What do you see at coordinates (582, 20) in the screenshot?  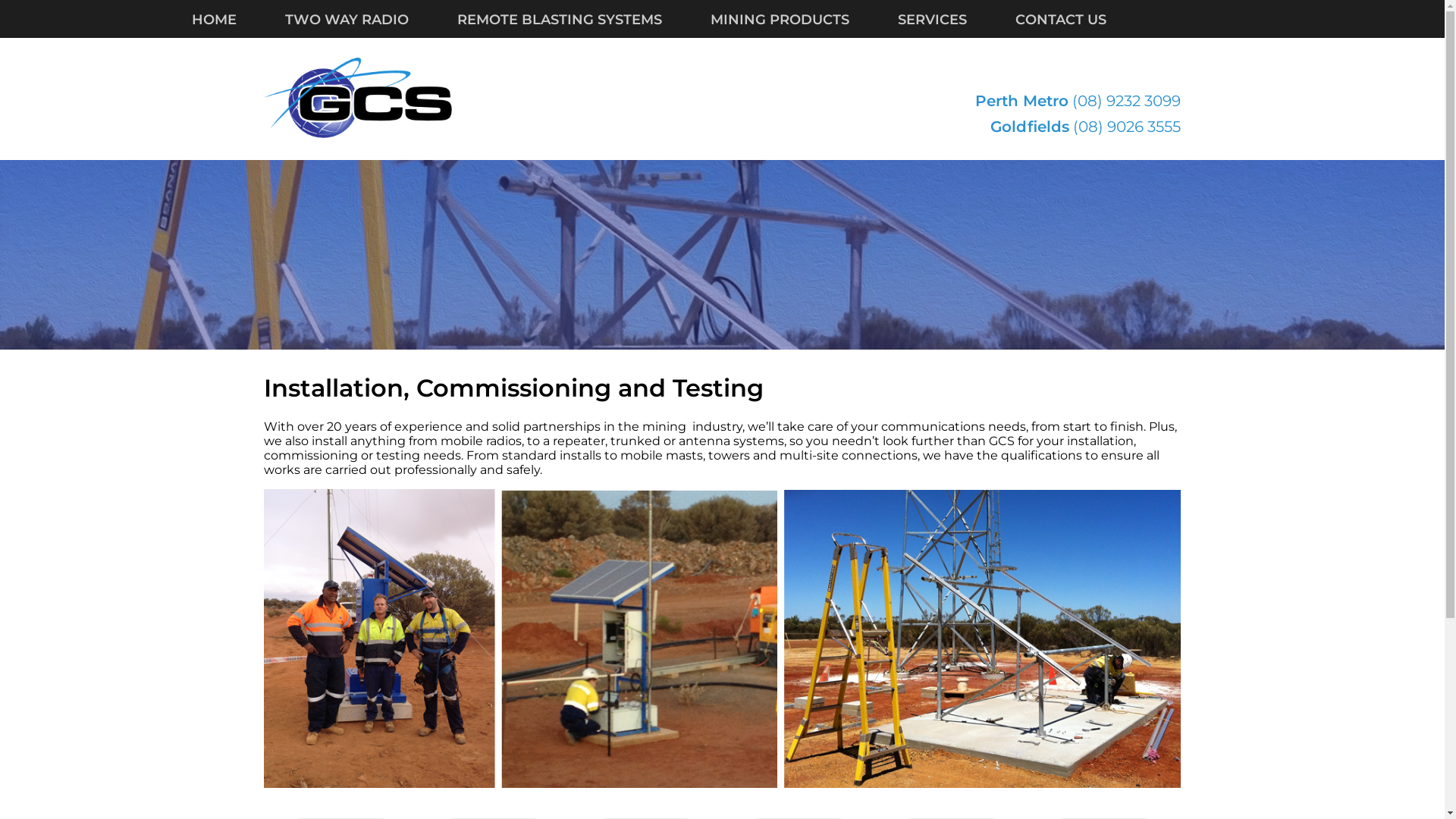 I see `'REMOTE BLASTING SYSTEMS'` at bounding box center [582, 20].